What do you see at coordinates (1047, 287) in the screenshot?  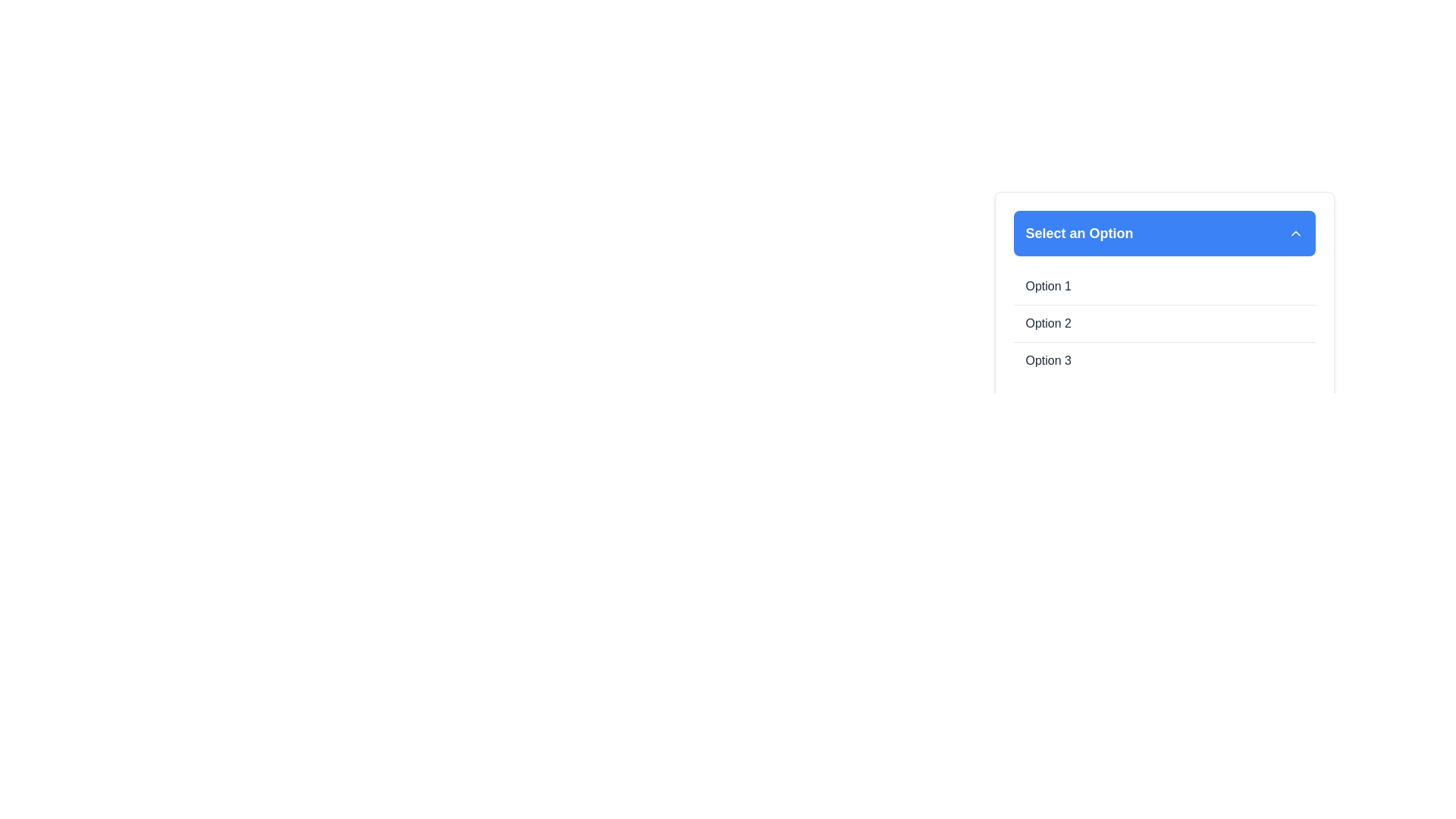 I see `the 'Option 1' text label in the dropdown menu, which is styled with medium-weight font and positioned as the first entry under the 'Select an Option' header` at bounding box center [1047, 287].